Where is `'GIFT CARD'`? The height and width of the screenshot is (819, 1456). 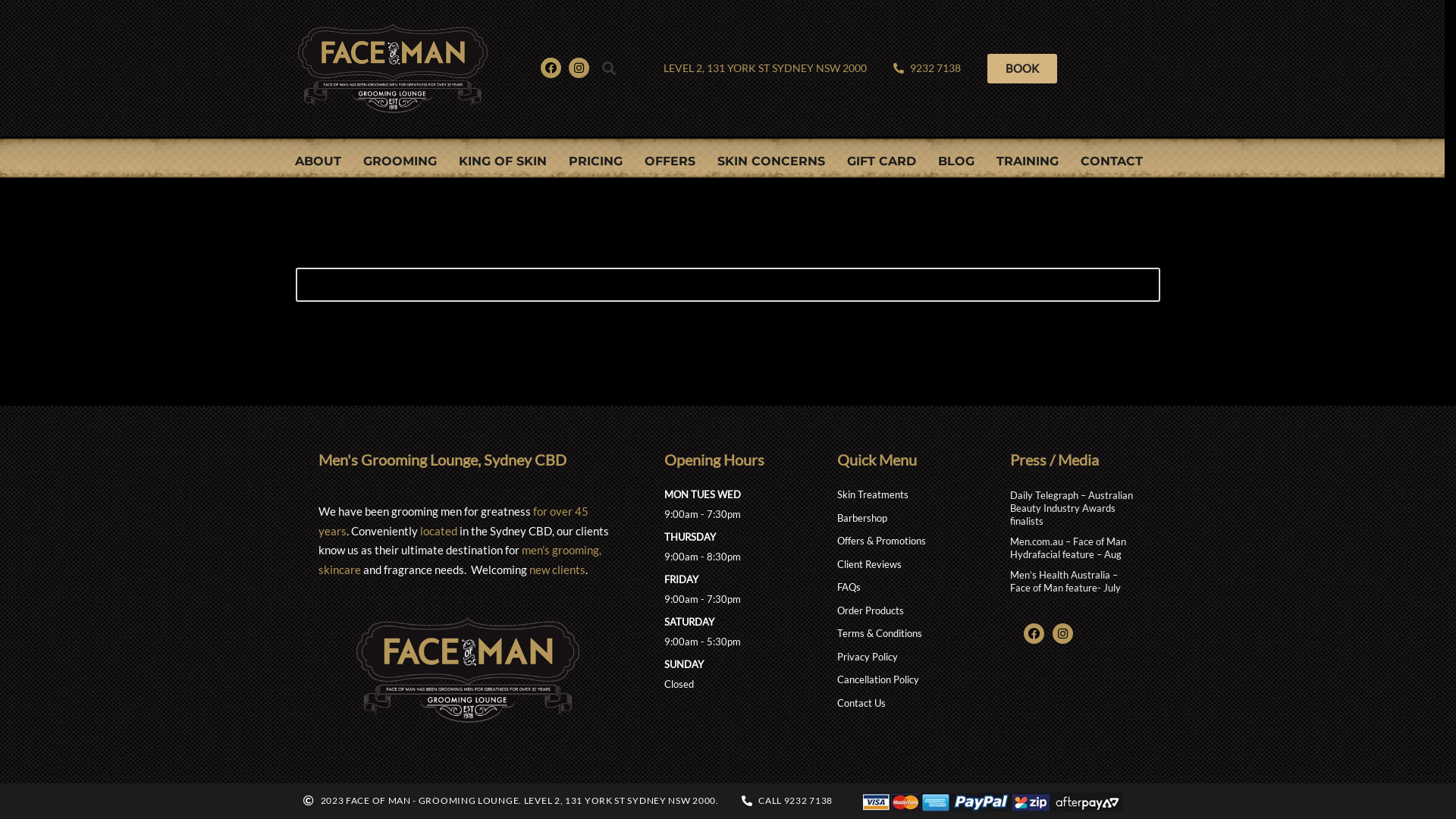
'GIFT CARD' is located at coordinates (880, 161).